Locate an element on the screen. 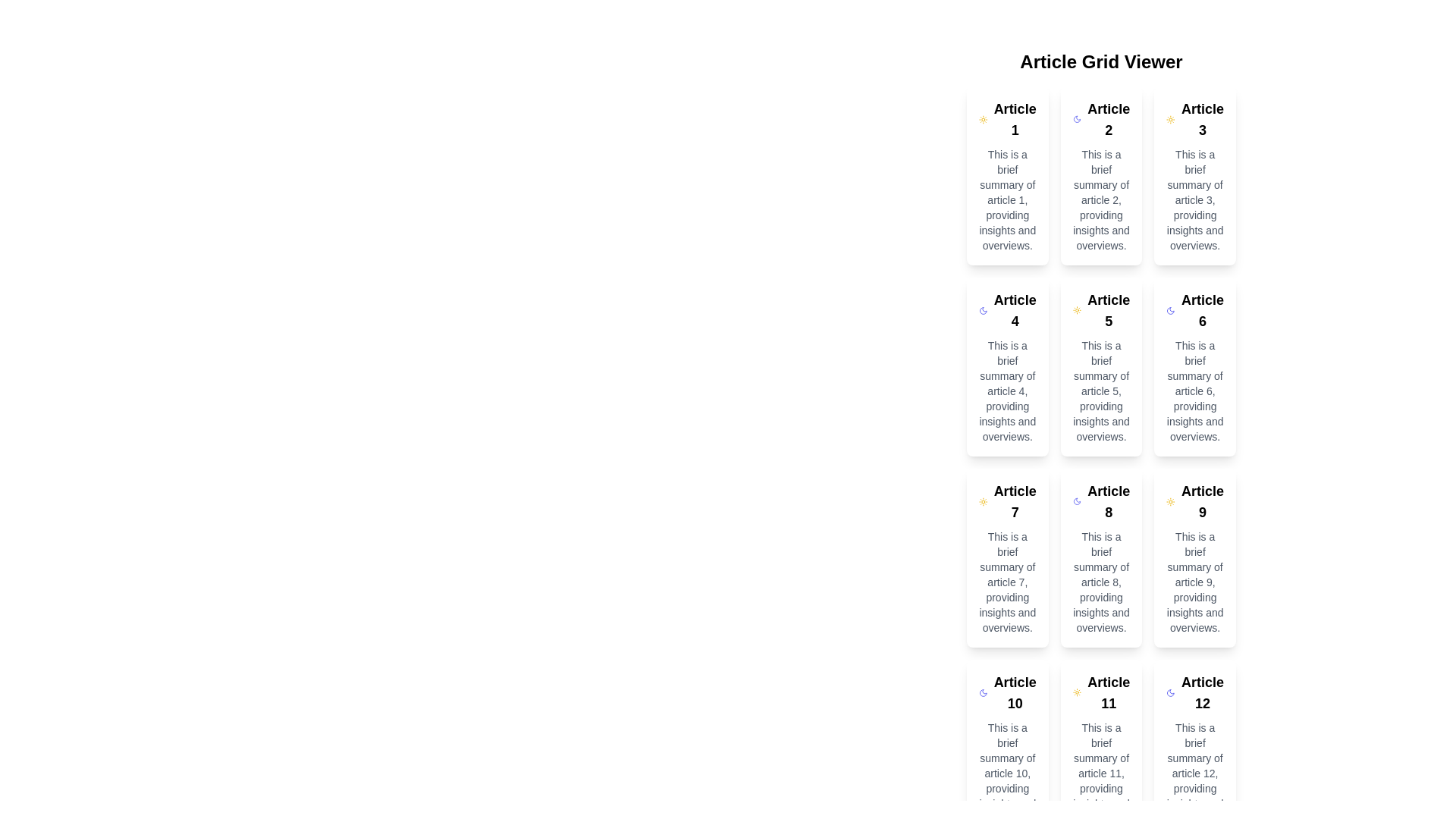 The width and height of the screenshot is (1456, 819). title of the article identified as 'Article 11', located in the central column of the bottom row in a grid layout, positioned between 'Article 10' and 'Article 12' is located at coordinates (1109, 693).